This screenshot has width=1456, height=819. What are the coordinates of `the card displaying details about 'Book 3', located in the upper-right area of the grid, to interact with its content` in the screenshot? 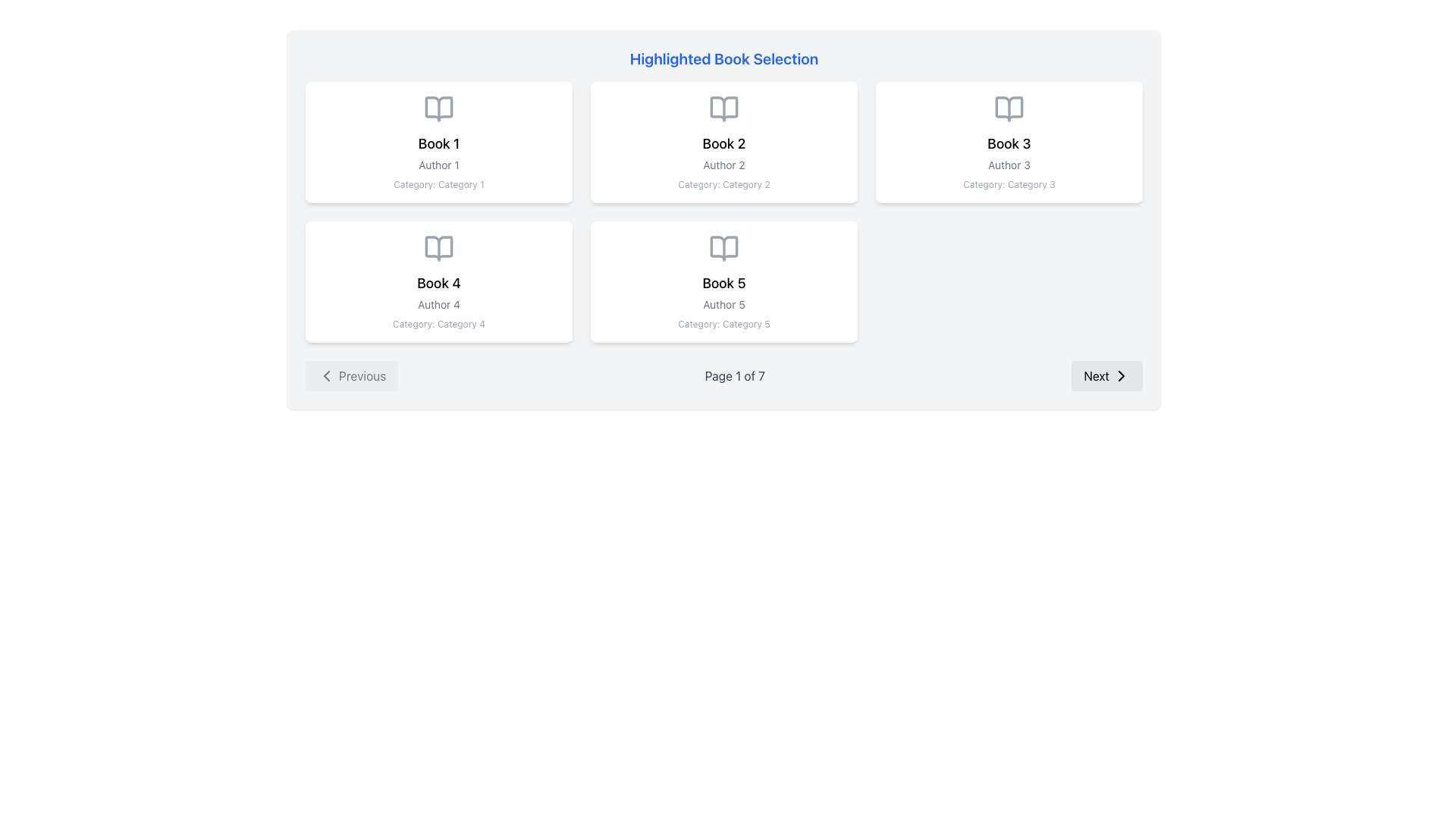 It's located at (1009, 143).